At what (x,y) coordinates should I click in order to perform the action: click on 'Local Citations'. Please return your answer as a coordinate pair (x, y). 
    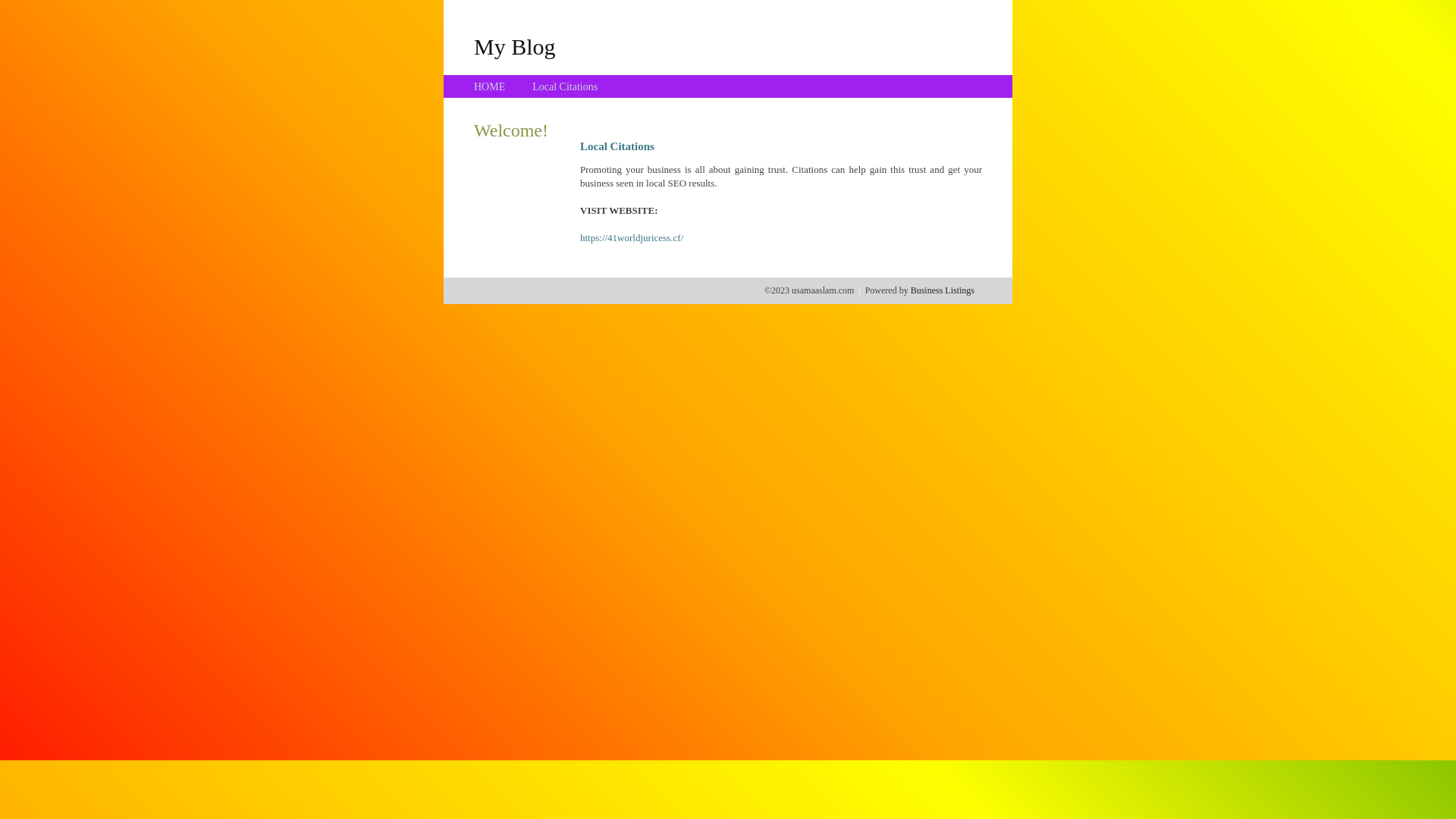
    Looking at the image, I should click on (563, 86).